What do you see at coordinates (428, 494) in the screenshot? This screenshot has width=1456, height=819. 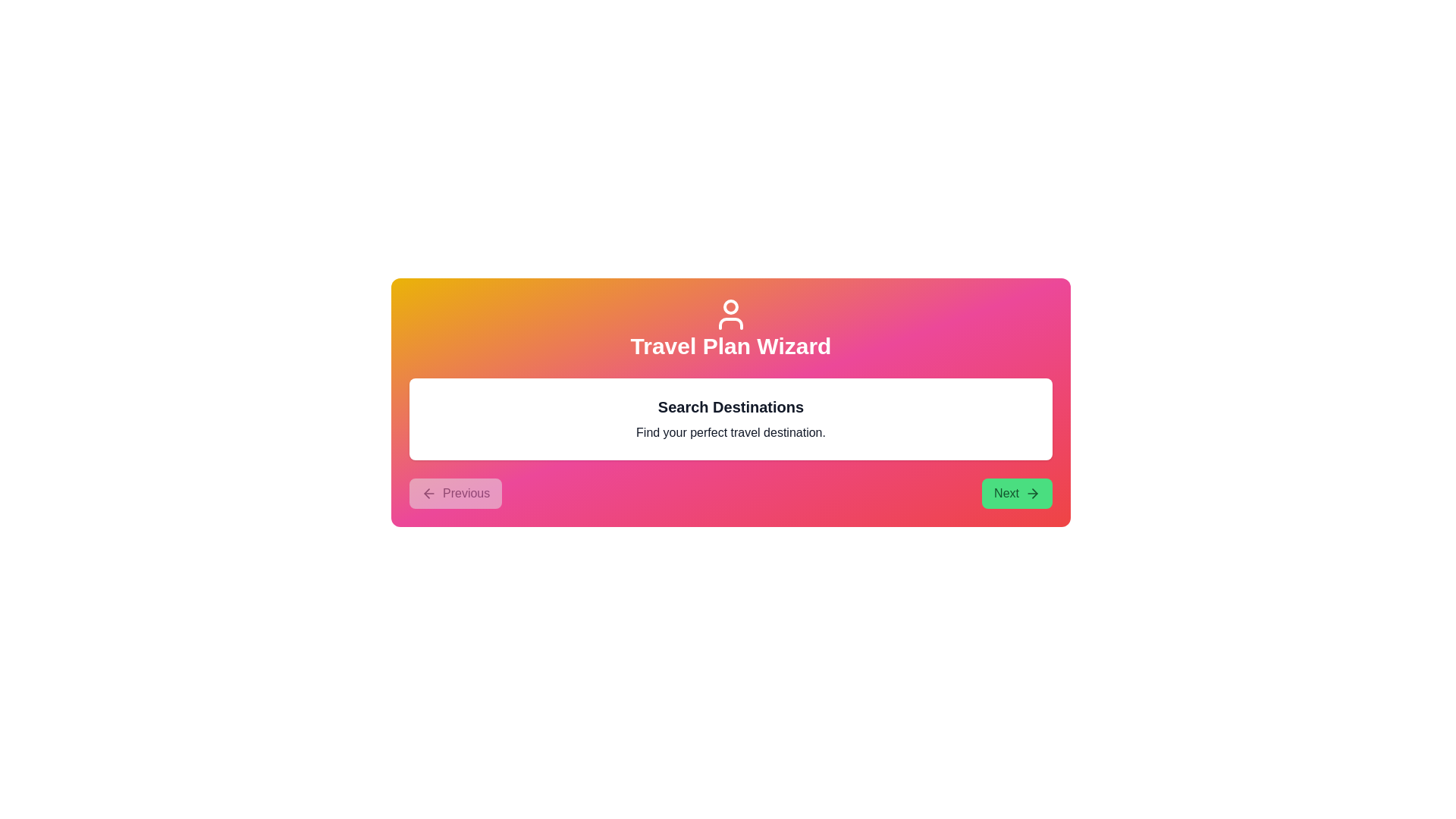 I see `the SVG arrow icon representing navigation to the previous step, located inside the 'Previous' button at the bottom-left of the card` at bounding box center [428, 494].